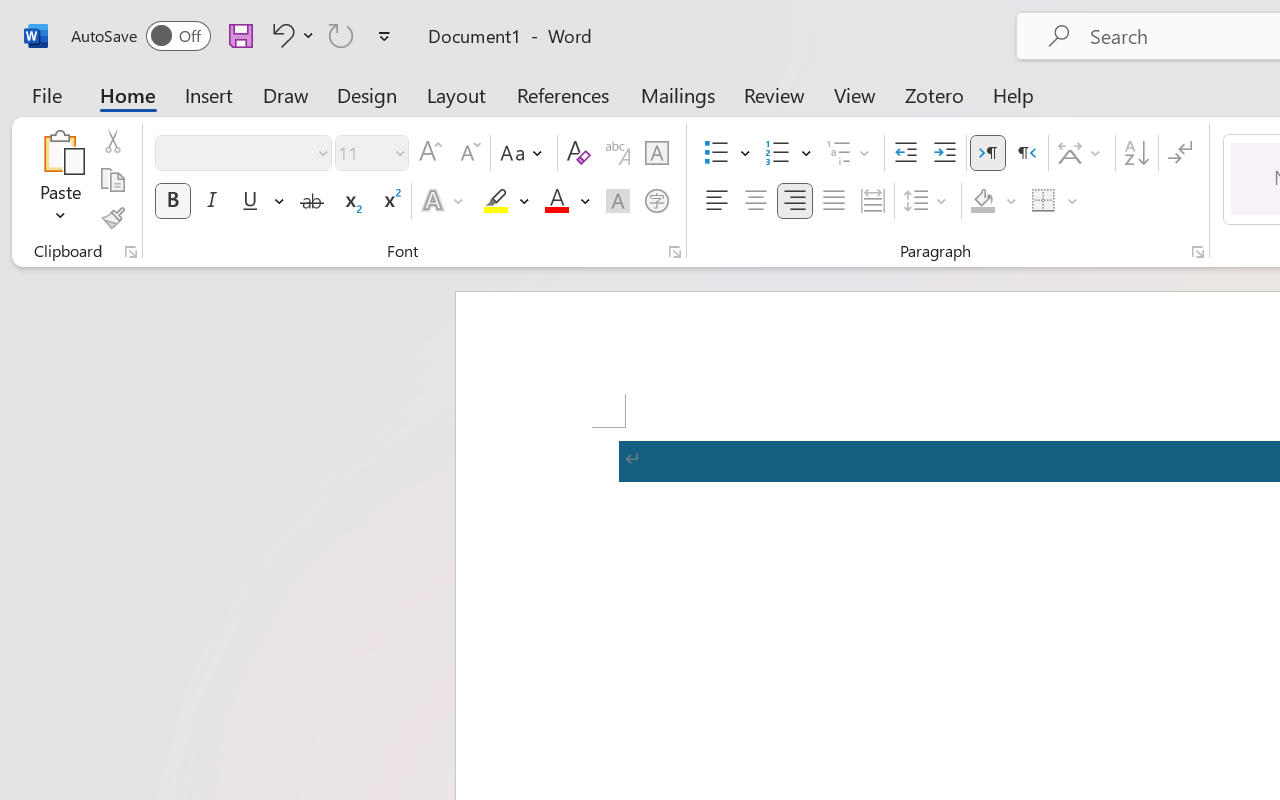 The width and height of the screenshot is (1280, 800). I want to click on 'Repeat TCSCTranslate', so click(341, 34).